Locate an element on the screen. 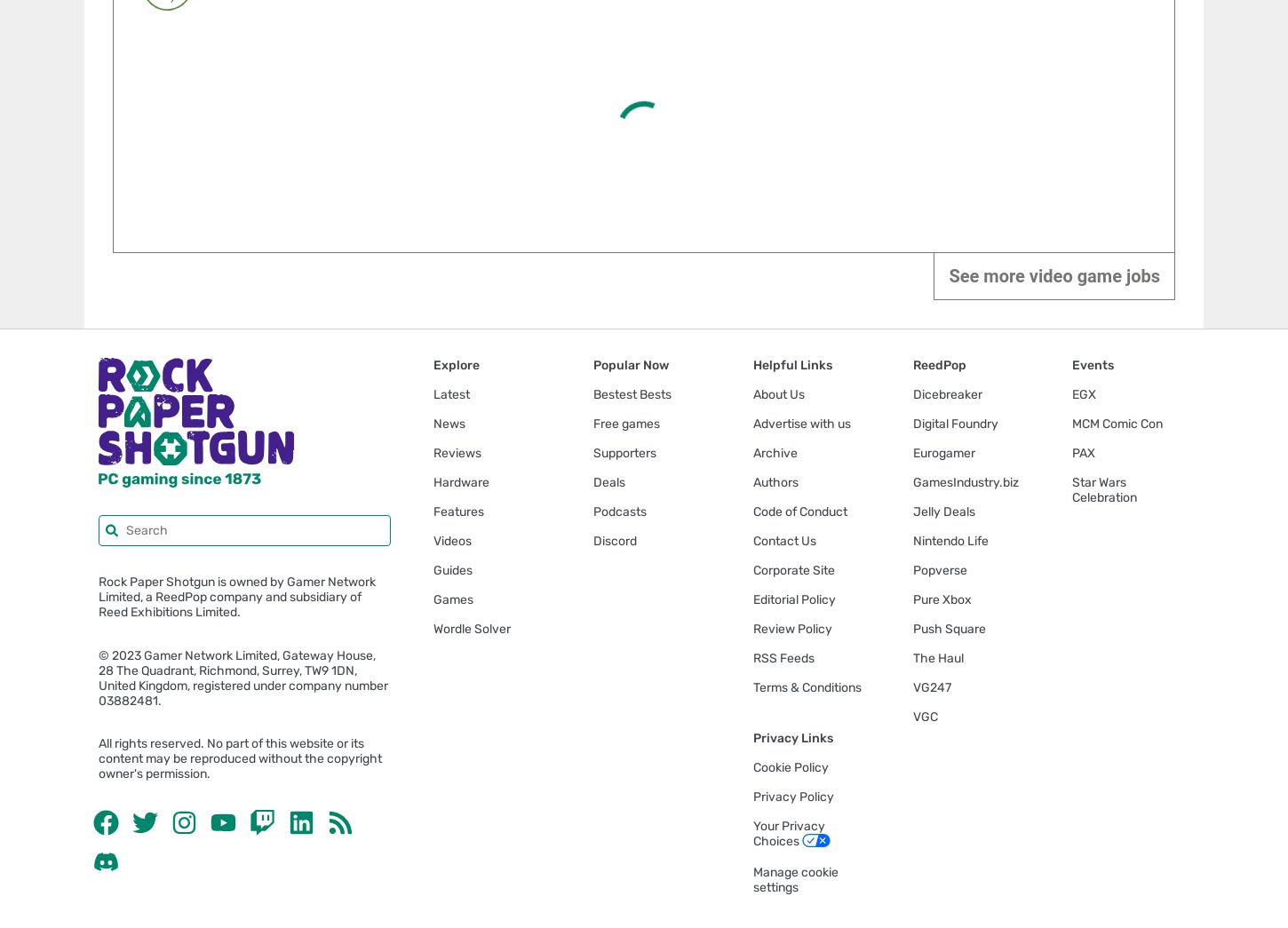 This screenshot has width=1288, height=928. 'Eurogamer' is located at coordinates (942, 451).